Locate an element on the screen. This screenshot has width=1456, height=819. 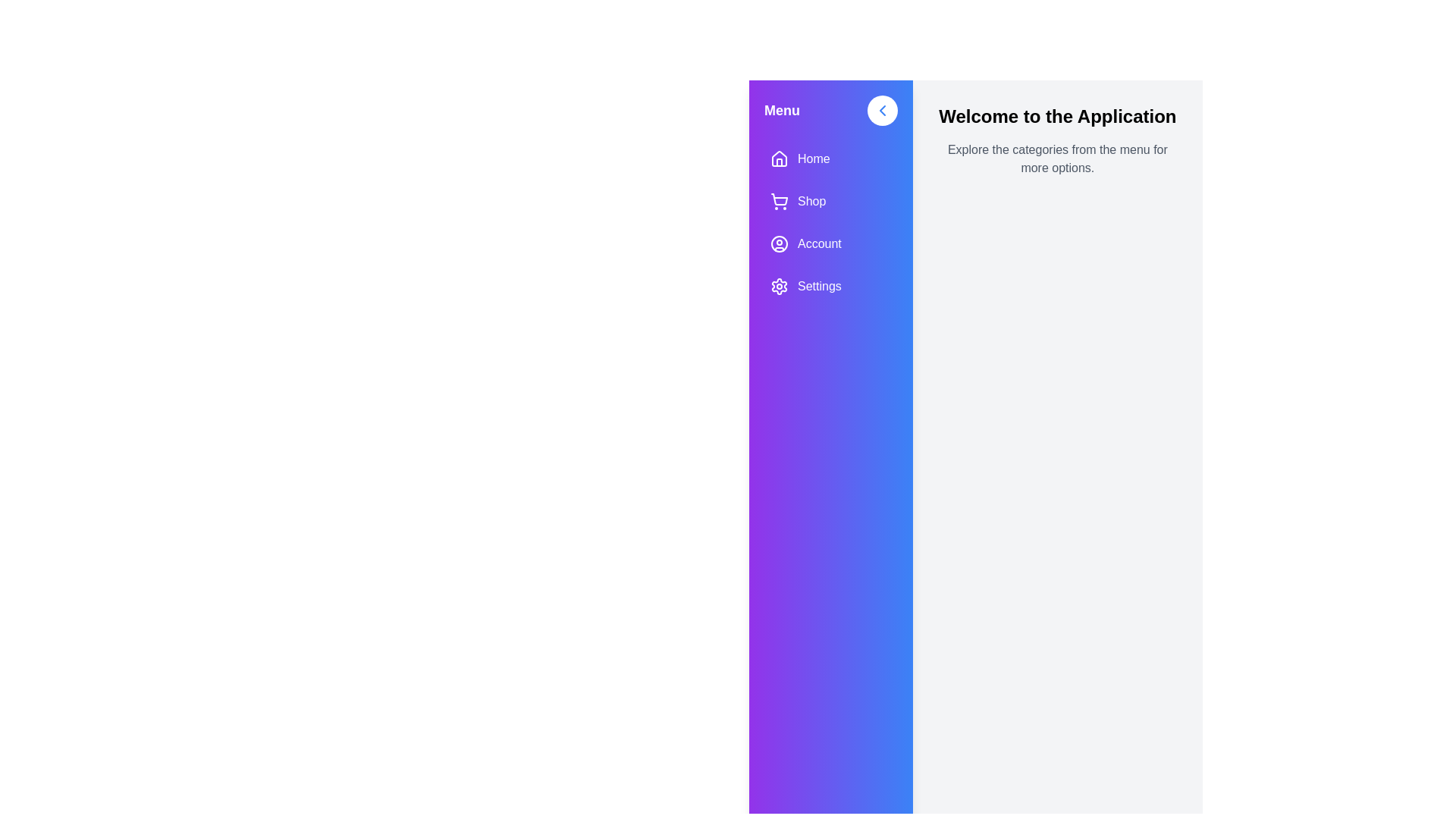
the 'Shop' icon represented by a shopping cart located in the vertical navigation list in the sidebar, directly below the 'Home' menu item is located at coordinates (779, 201).